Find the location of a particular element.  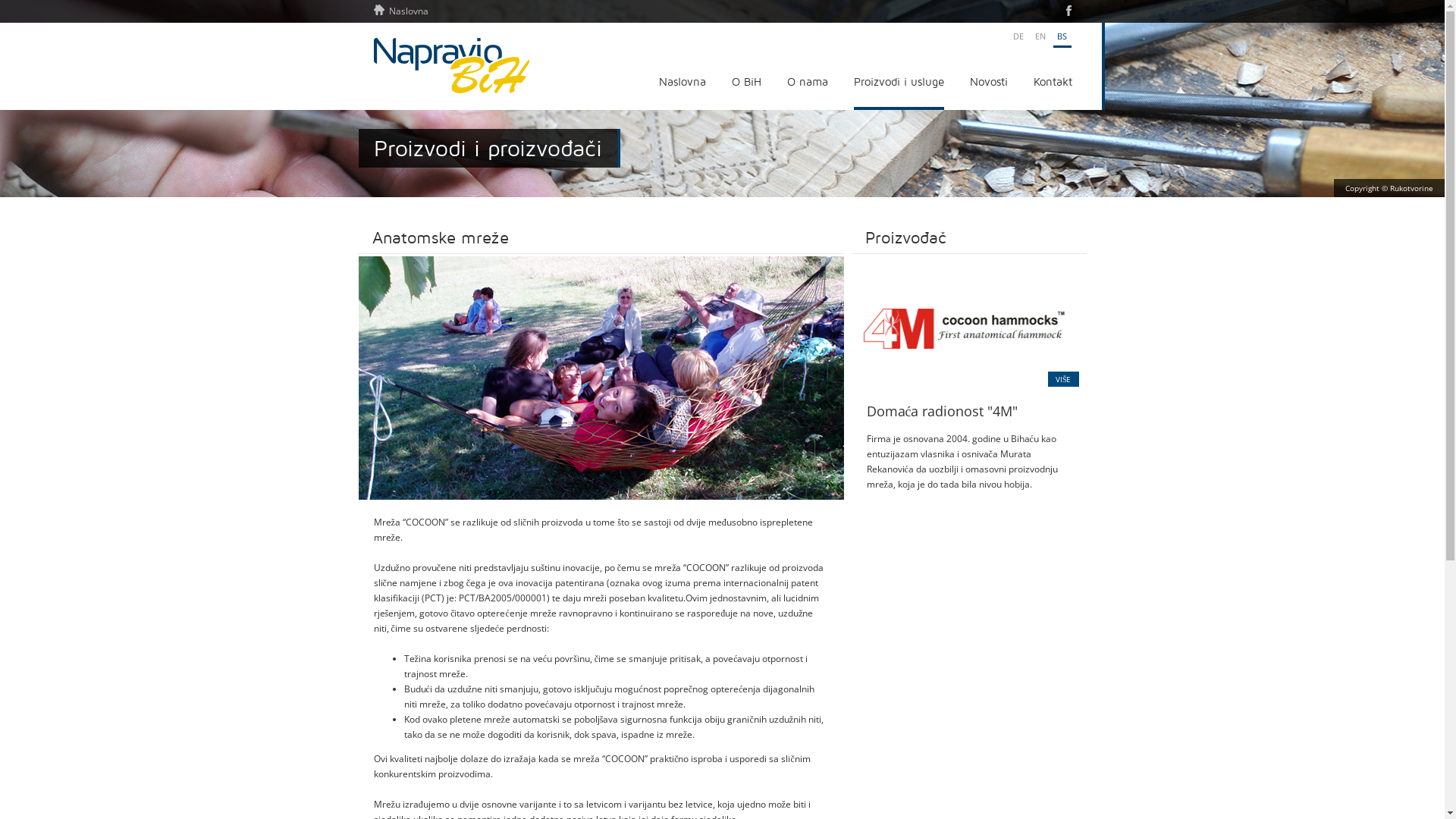

'Proizvodi i usluge' is located at coordinates (854, 84).